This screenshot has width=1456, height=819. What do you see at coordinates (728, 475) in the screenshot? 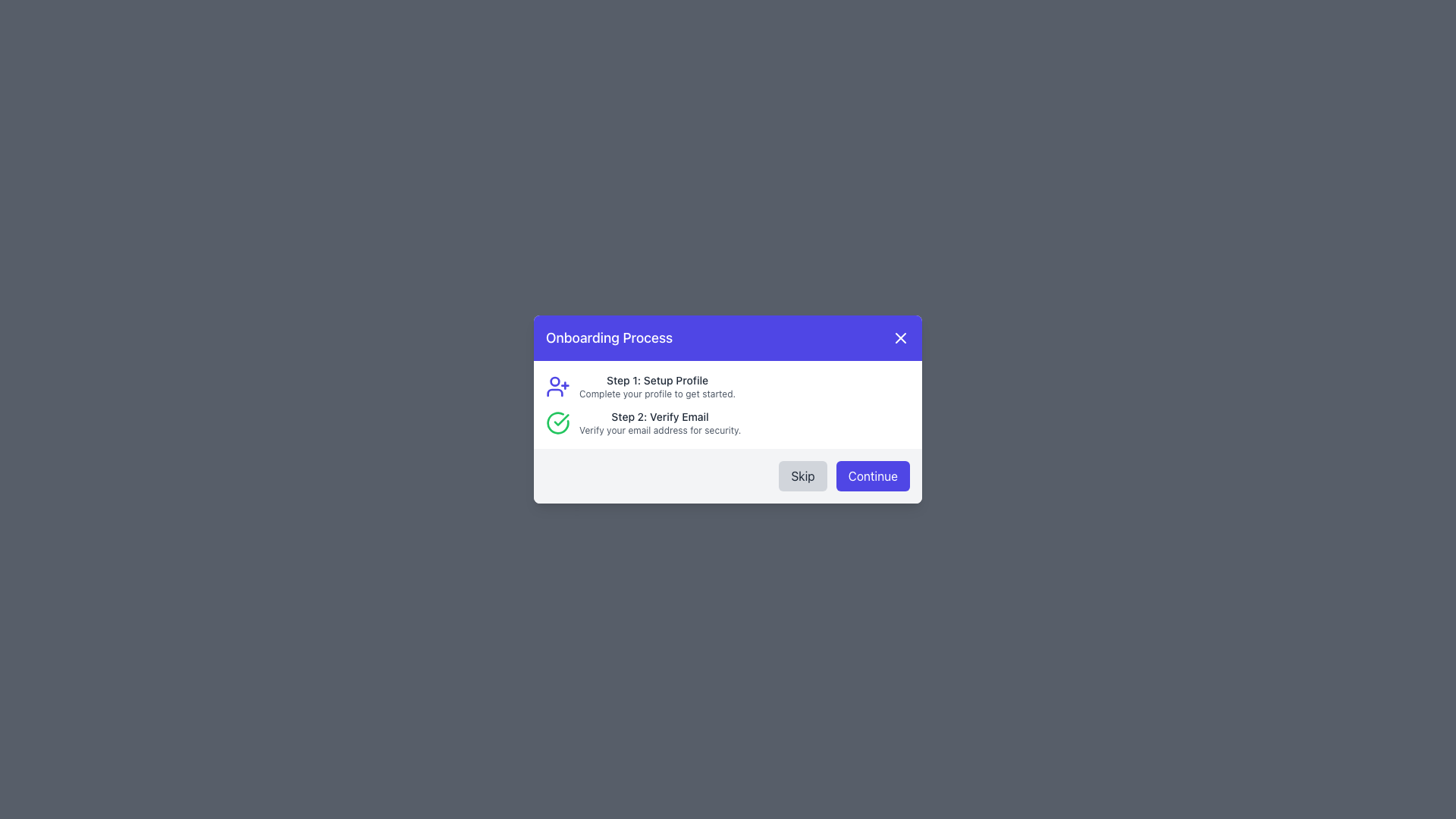
I see `the 'Skip' or 'Continue' button in the Action Panel with Buttons located at the bottom of the modal dialog box labeled 'Onboarding Process'` at bounding box center [728, 475].